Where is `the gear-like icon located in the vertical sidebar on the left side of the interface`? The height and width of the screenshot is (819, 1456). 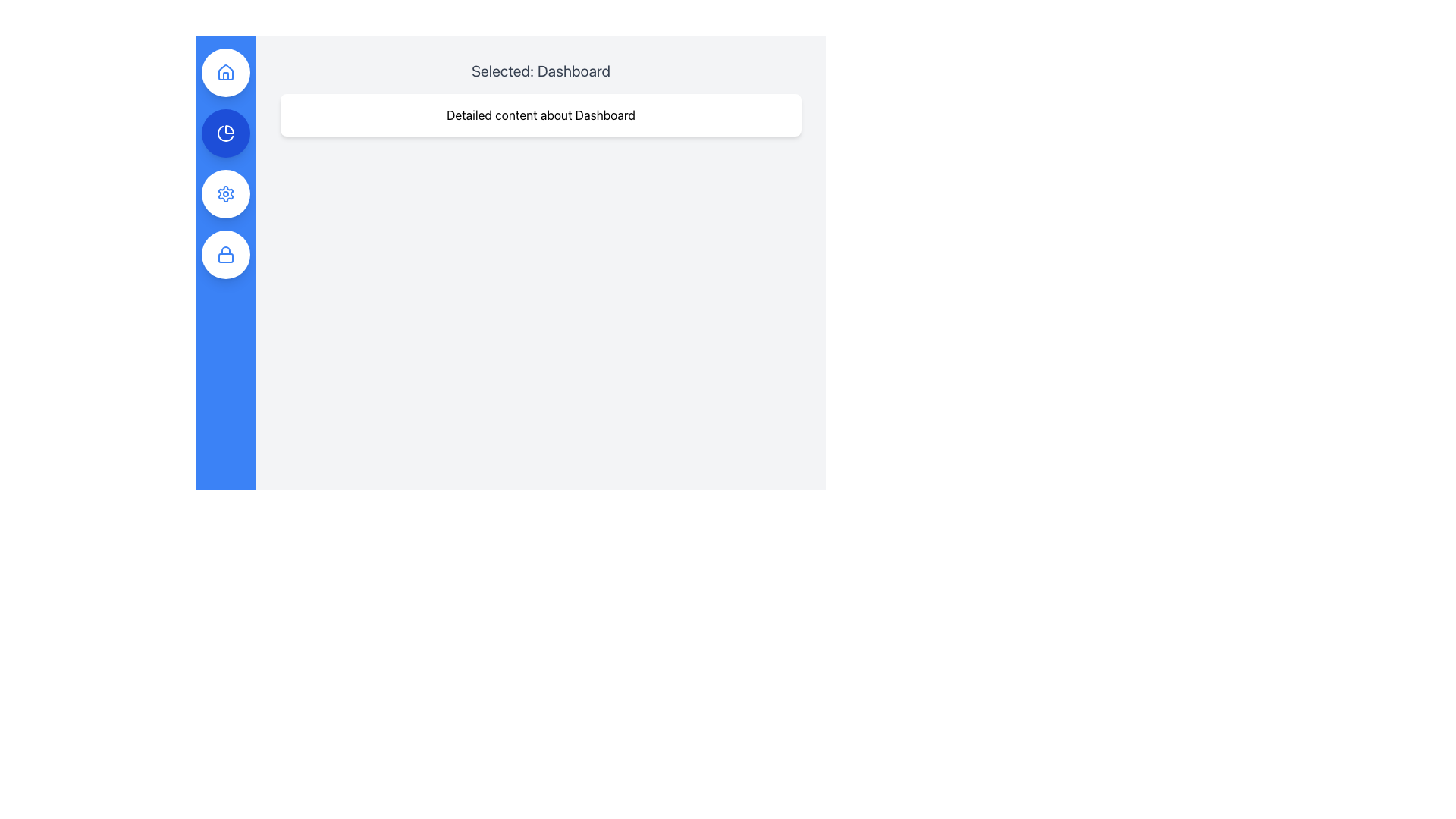 the gear-like icon located in the vertical sidebar on the left side of the interface is located at coordinates (224, 193).